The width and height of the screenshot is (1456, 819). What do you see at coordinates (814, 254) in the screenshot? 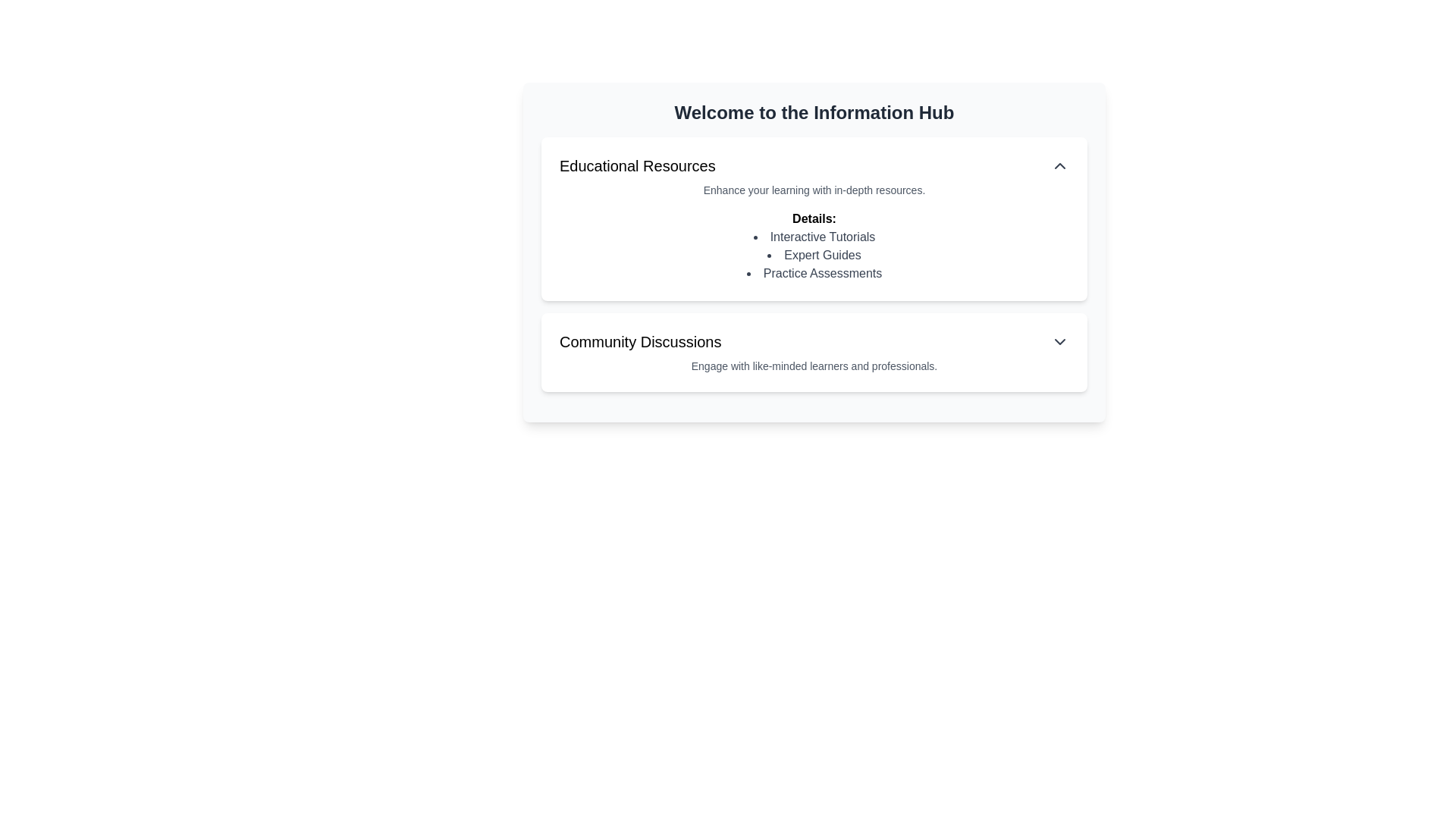
I see `the static text element labeled 'Expert Guides', which is the second item in the 'Educational Resources' section under 'Details'` at bounding box center [814, 254].